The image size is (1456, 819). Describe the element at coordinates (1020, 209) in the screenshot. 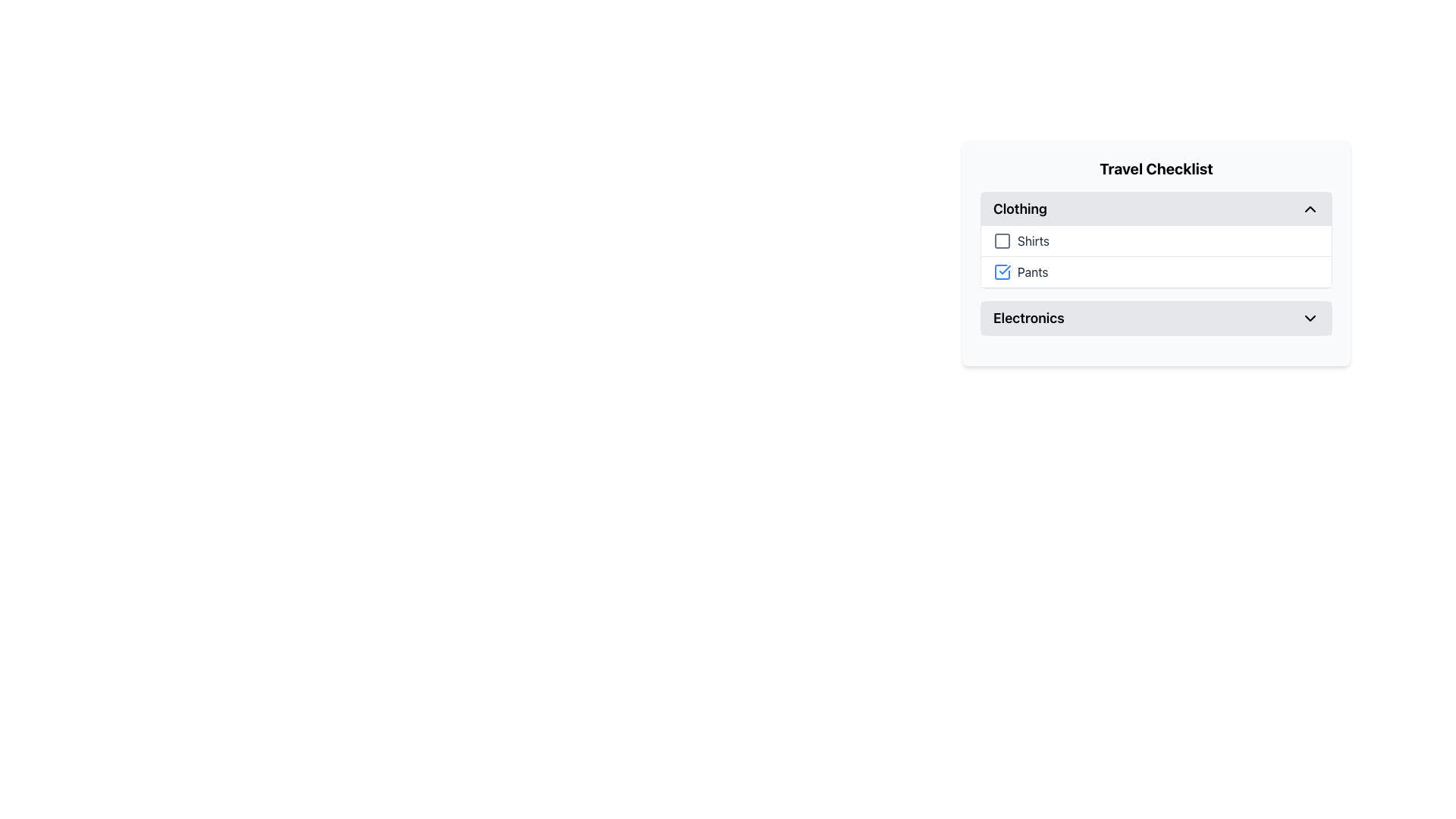

I see `the 'Clothing' label in the collapsible menu` at that location.